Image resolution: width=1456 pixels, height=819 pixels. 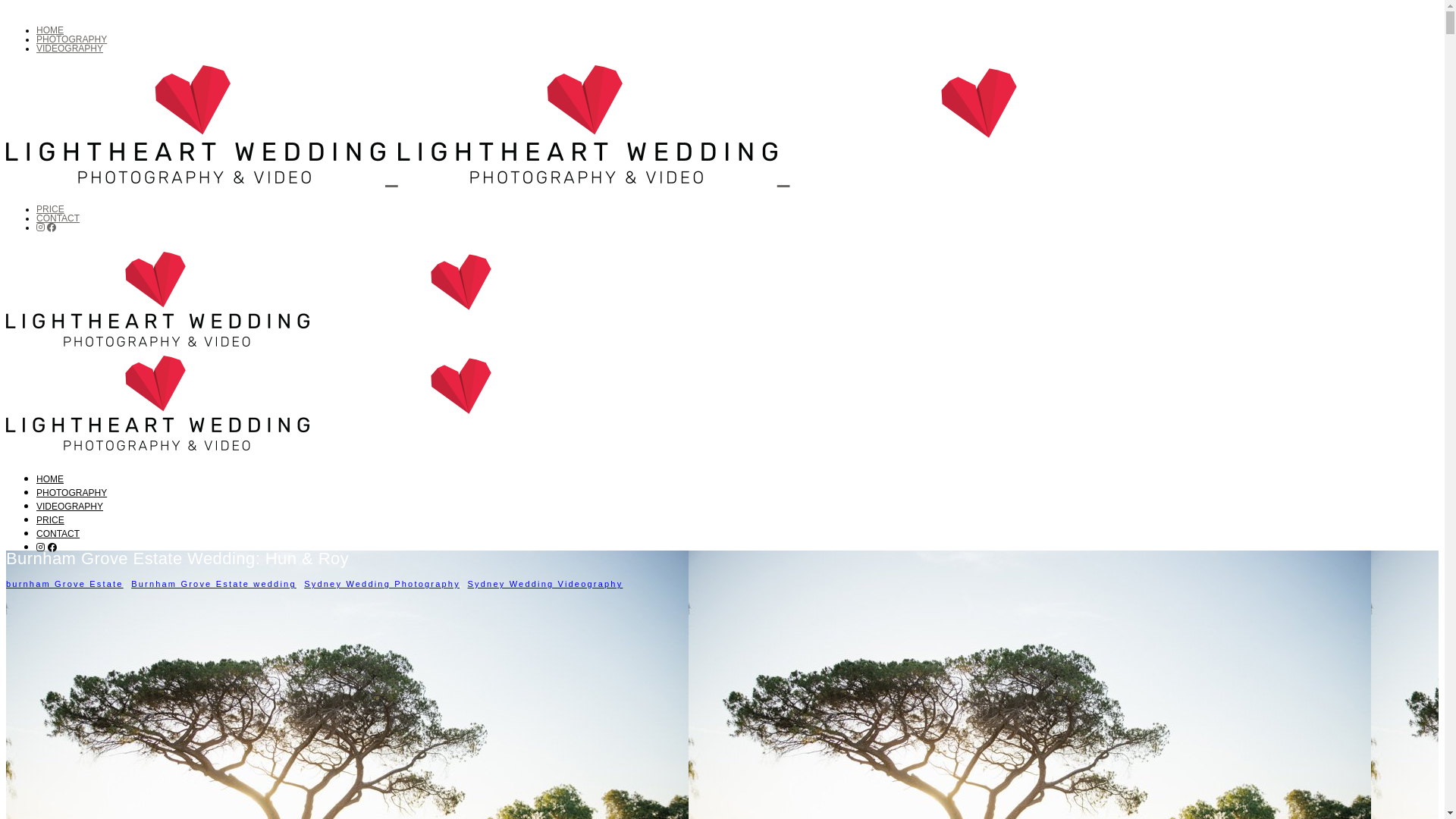 I want to click on 'Sydney Wedding Videography', so click(x=467, y=583).